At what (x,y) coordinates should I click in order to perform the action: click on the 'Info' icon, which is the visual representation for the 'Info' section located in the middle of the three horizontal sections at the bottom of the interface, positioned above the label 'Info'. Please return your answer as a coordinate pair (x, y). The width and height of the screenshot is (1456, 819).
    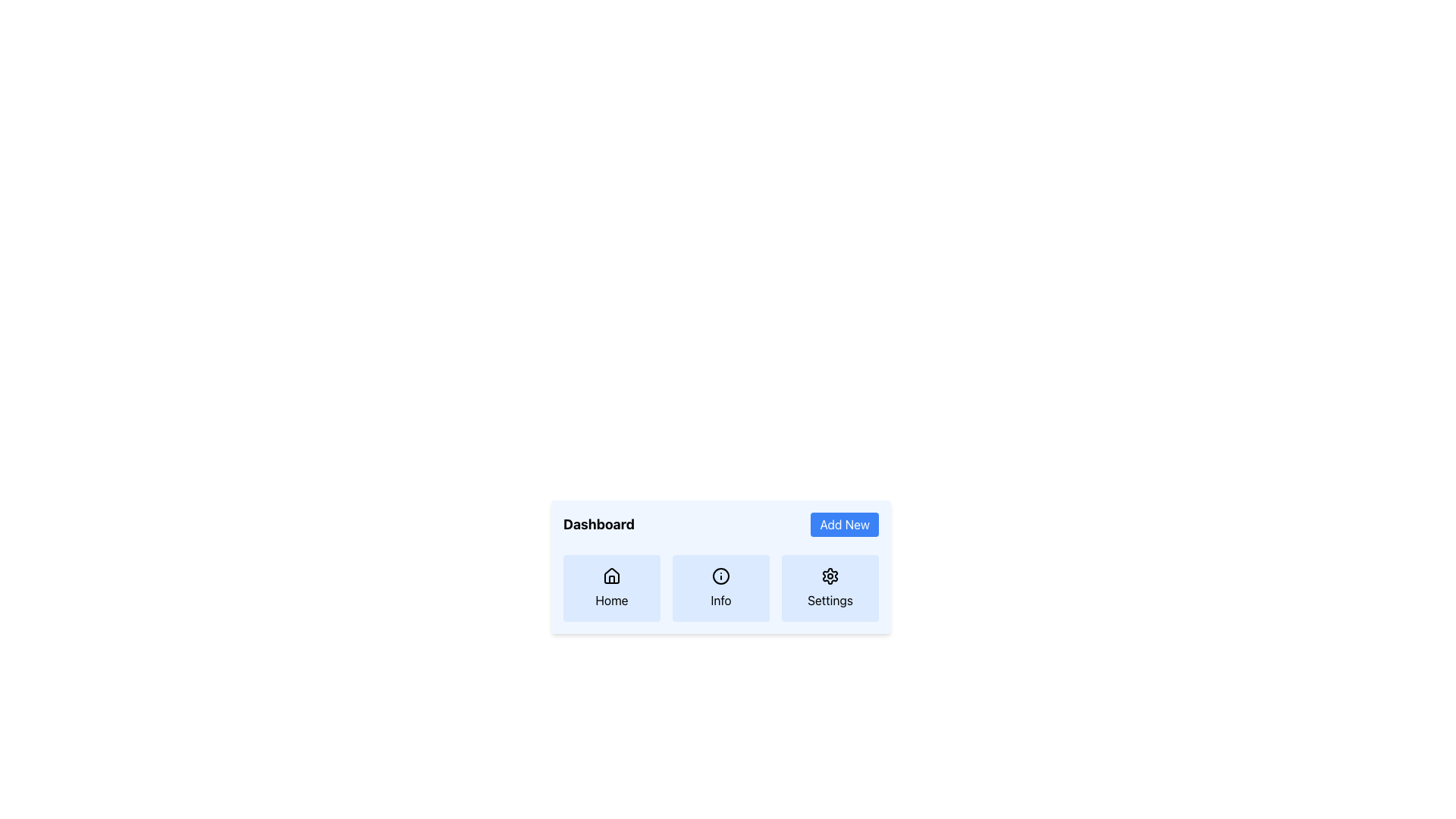
    Looking at the image, I should click on (720, 576).